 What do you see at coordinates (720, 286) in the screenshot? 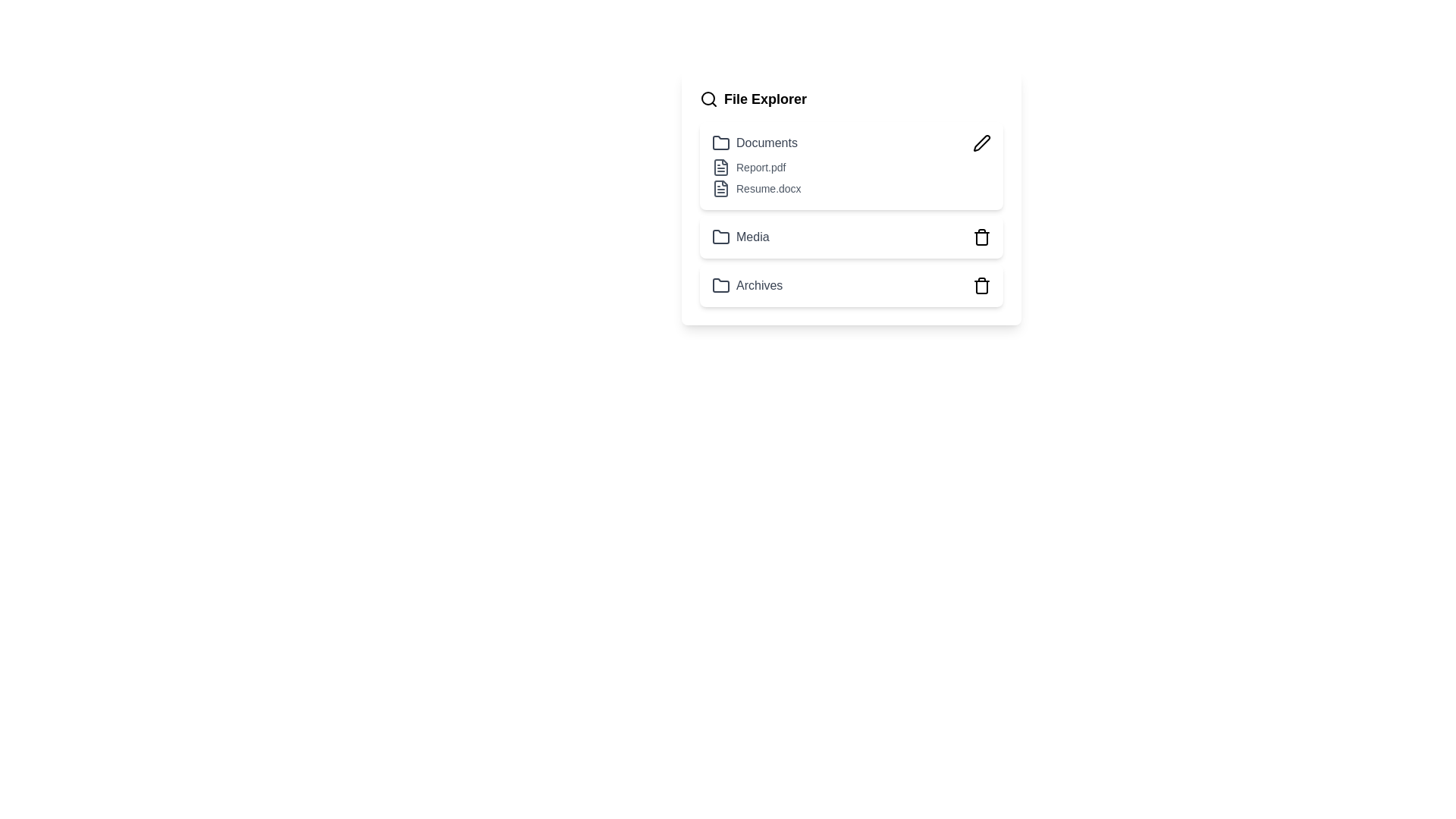
I see `the 'Archives' icon, which visually represents a folder-like entity and is the first item in its horizontal arrangement beneath 'Documents' and 'Media'` at bounding box center [720, 286].